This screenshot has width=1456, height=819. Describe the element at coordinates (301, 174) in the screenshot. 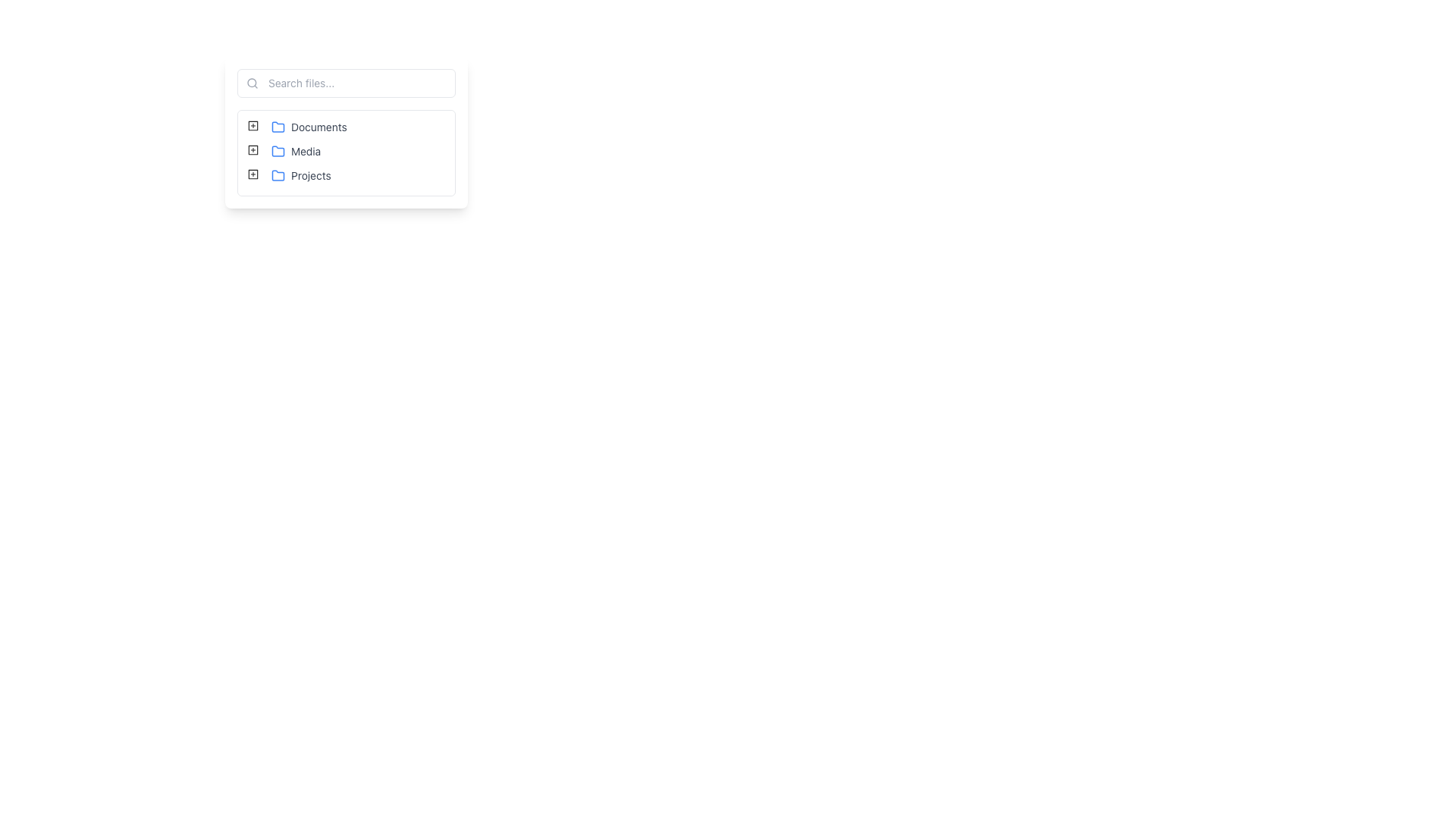

I see `the 'Projects' text label, which is styled with a small gray font and positioned next to a blue outlined folder icon in a hierarchical tree structure` at that location.